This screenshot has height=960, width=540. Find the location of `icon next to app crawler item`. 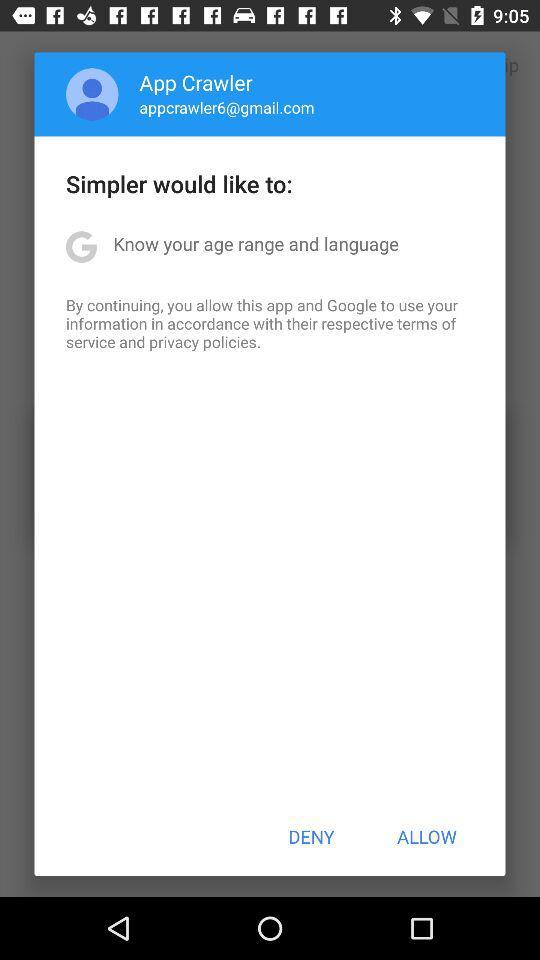

icon next to app crawler item is located at coordinates (91, 94).